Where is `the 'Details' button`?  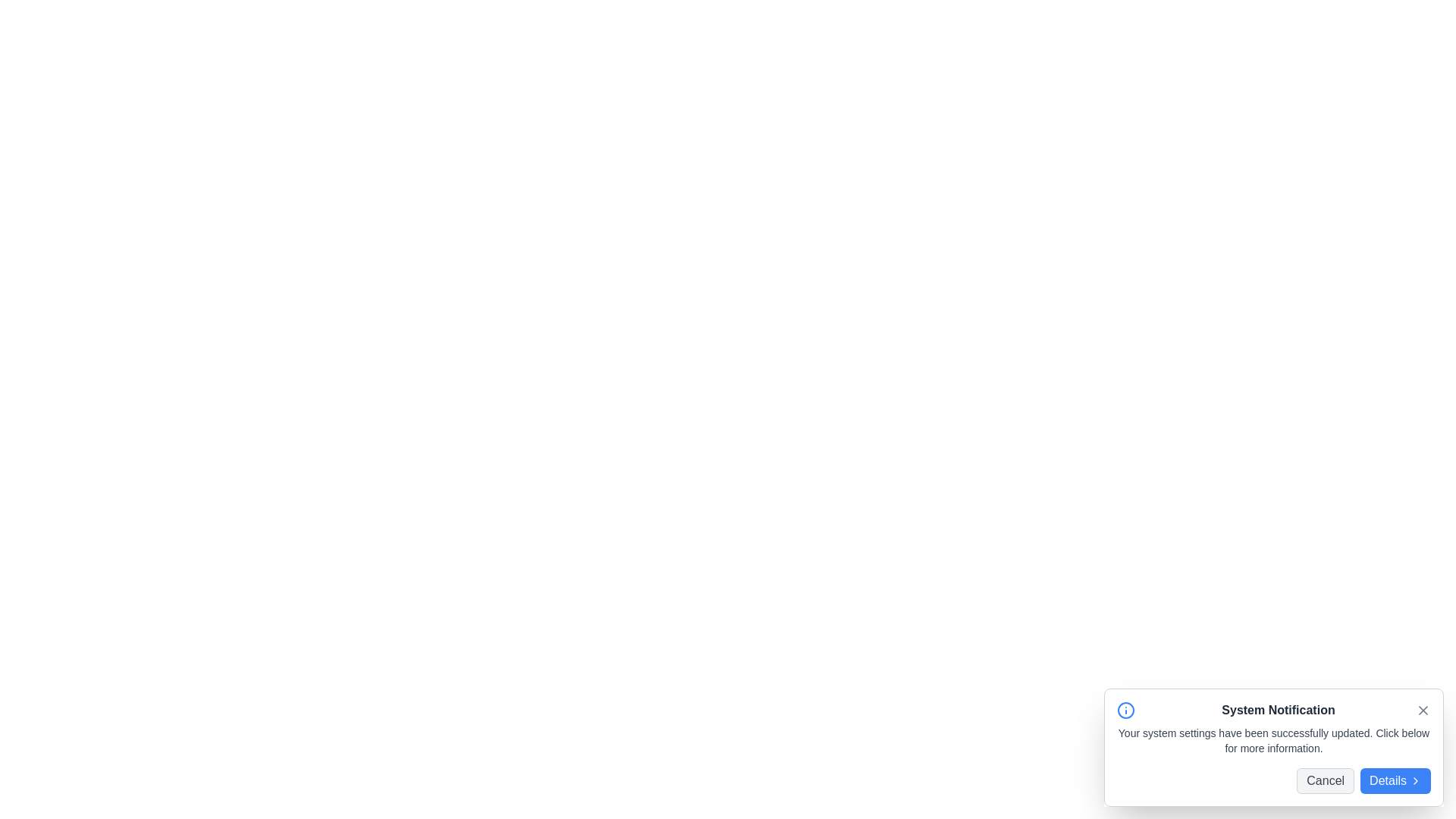 the 'Details' button is located at coordinates (1395, 780).